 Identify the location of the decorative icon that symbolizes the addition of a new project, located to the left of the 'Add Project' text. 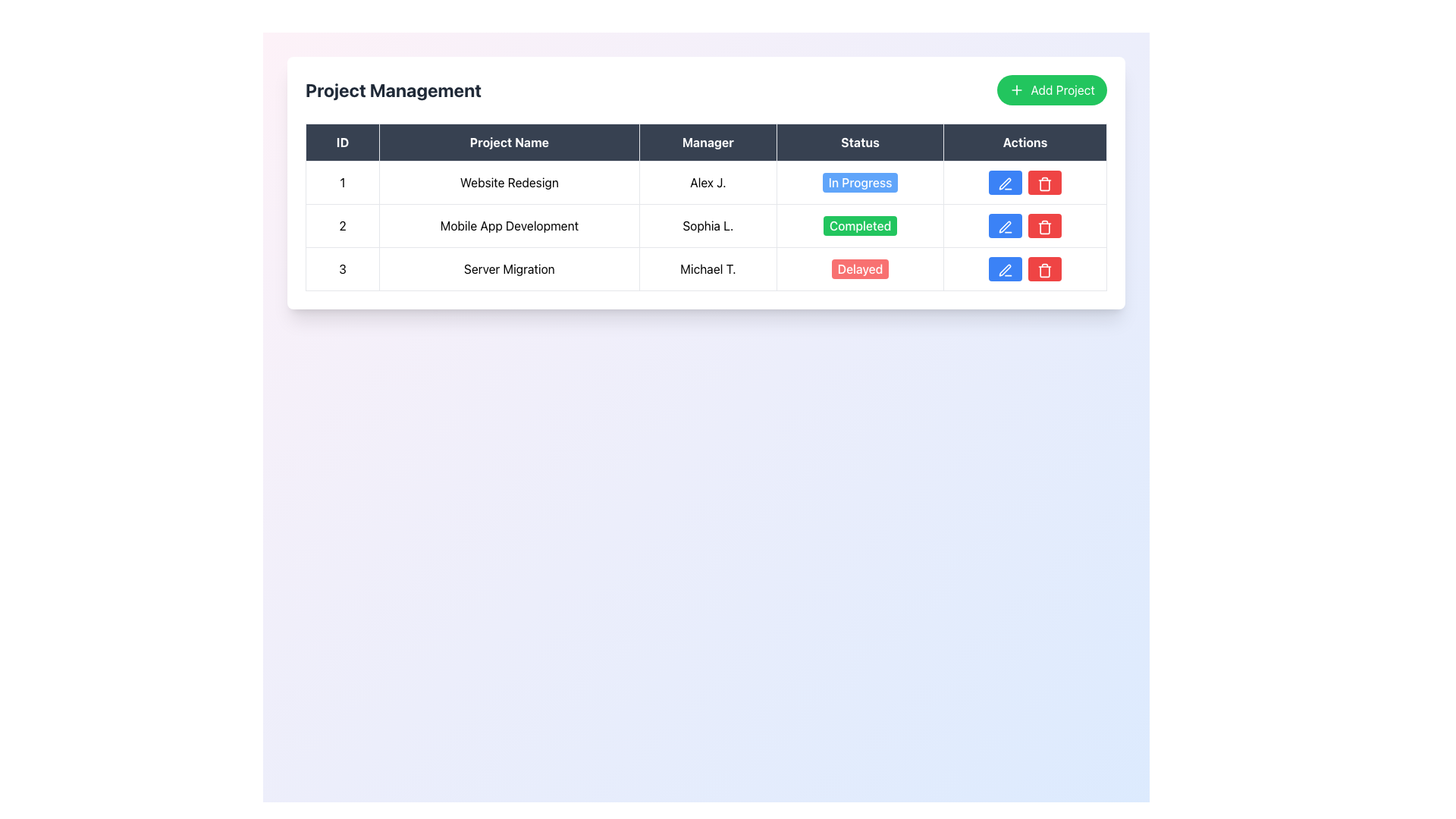
(1017, 90).